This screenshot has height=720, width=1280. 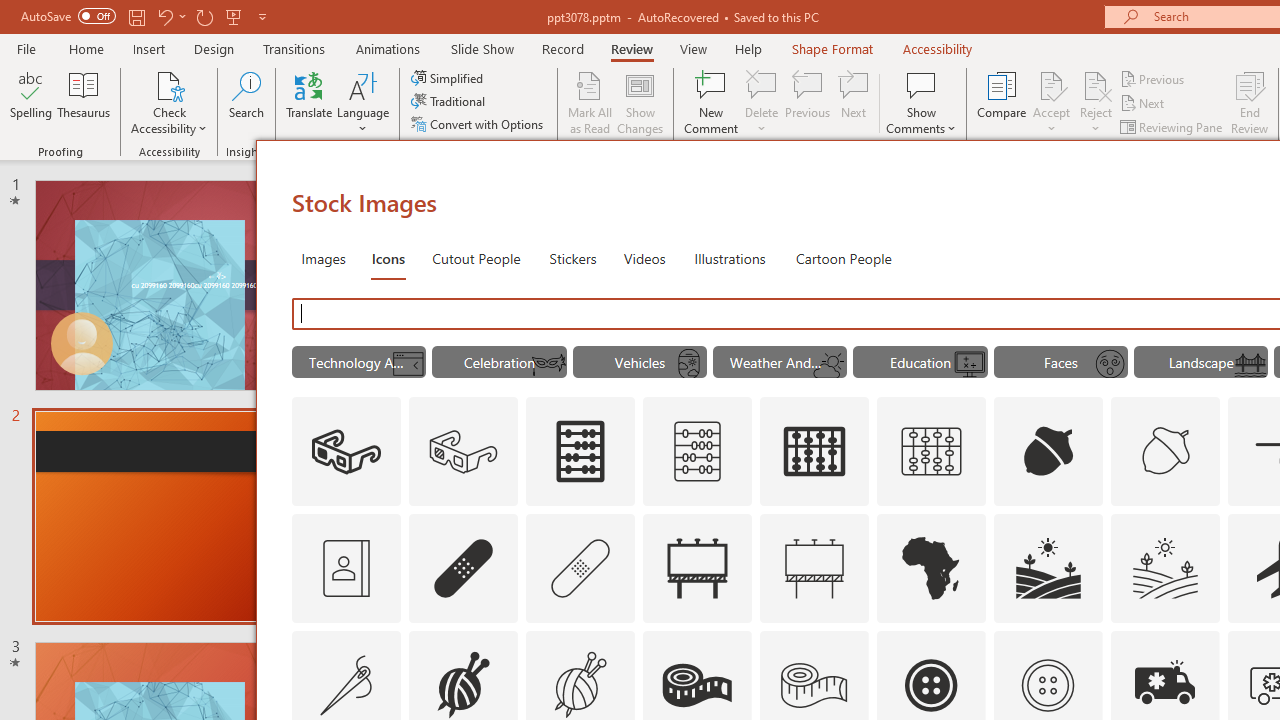 I want to click on '"Technology And Electronics" Icons.', so click(x=359, y=362).